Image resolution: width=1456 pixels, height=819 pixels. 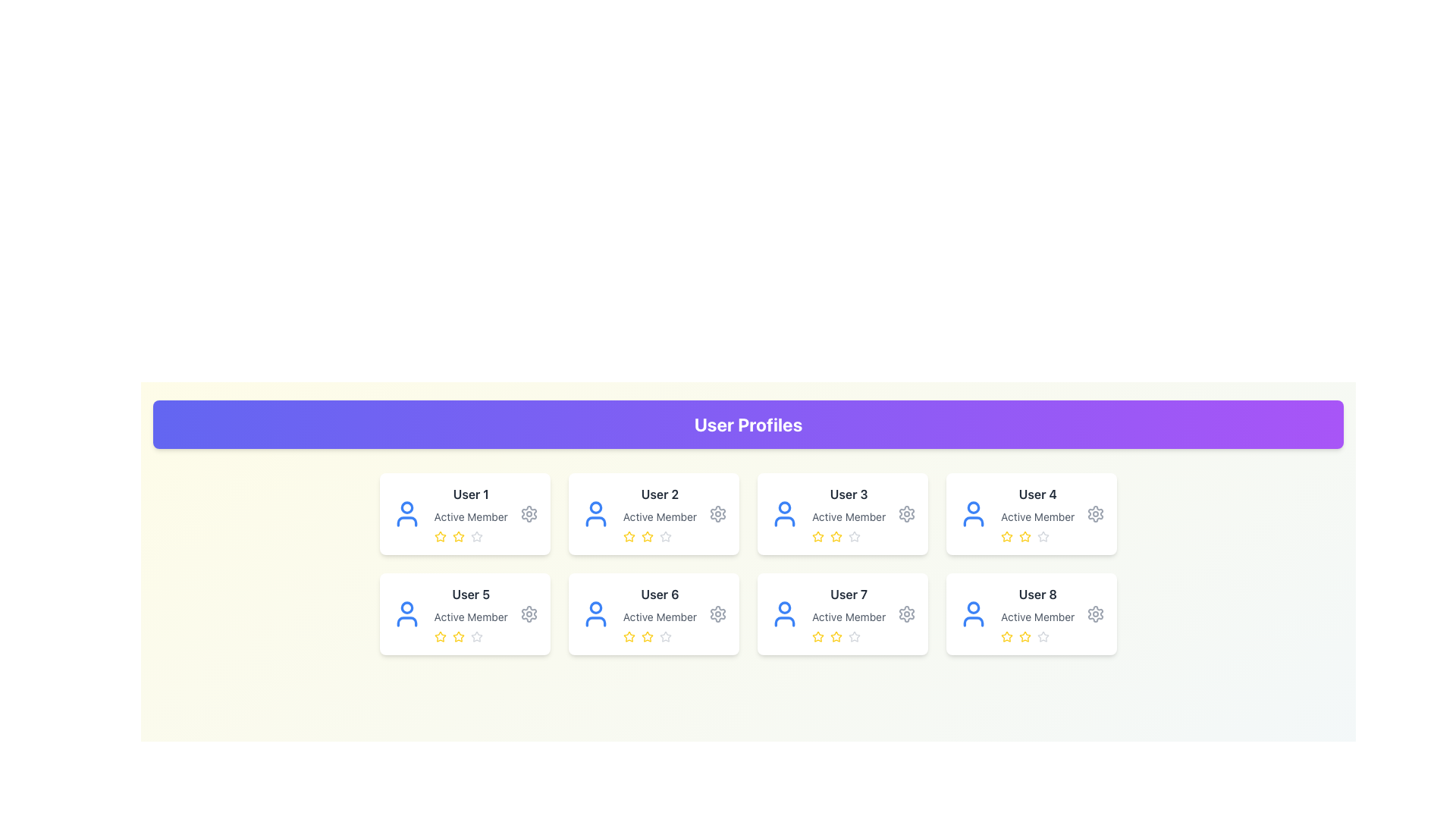 What do you see at coordinates (974, 614) in the screenshot?
I see `the blue user icon representing 'User 8', which is located in the top-left corner of the card in the last column of the second row in the user profiles grid` at bounding box center [974, 614].